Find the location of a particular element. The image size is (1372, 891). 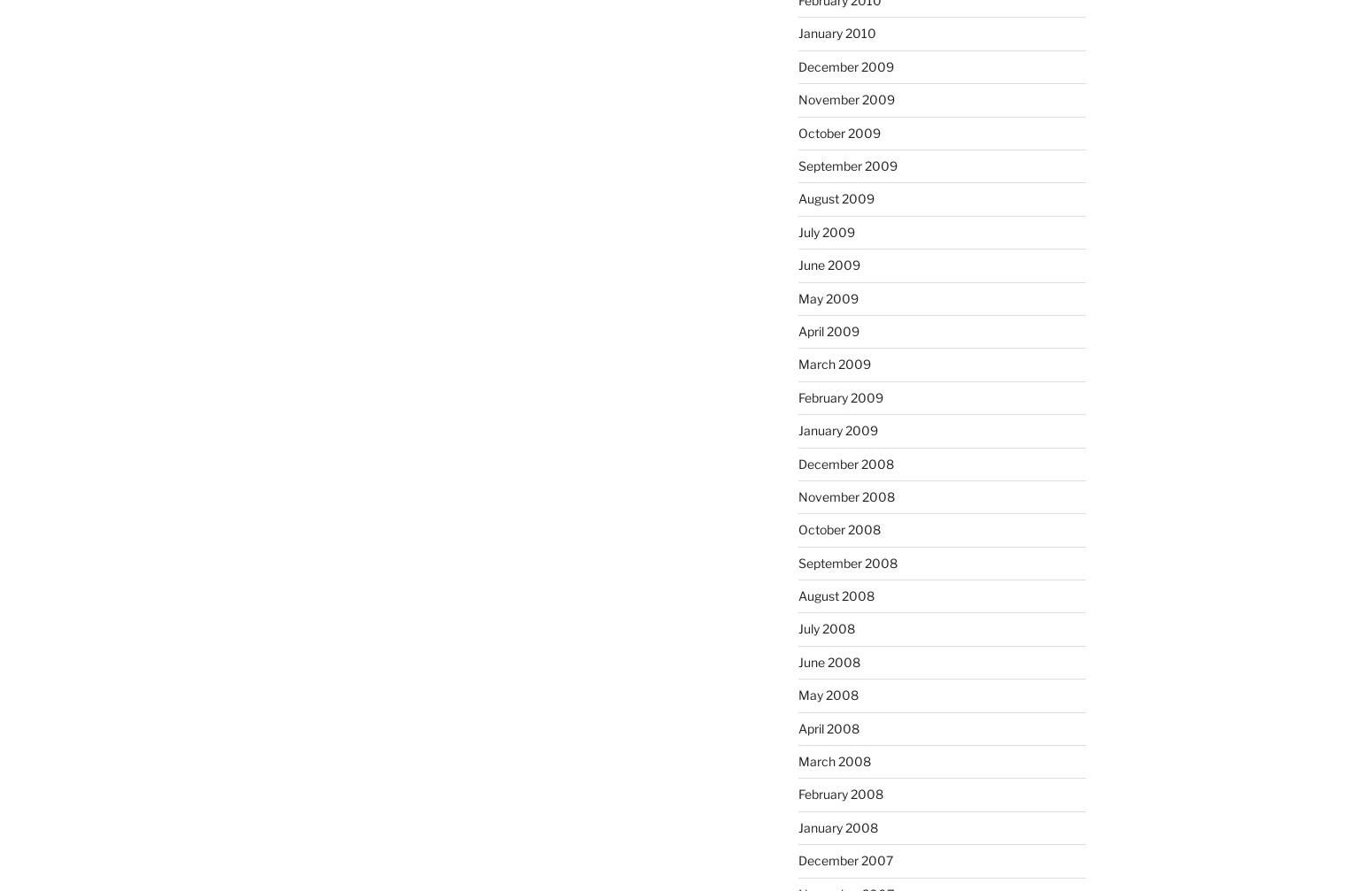

'July 2008' is located at coordinates (824, 627).